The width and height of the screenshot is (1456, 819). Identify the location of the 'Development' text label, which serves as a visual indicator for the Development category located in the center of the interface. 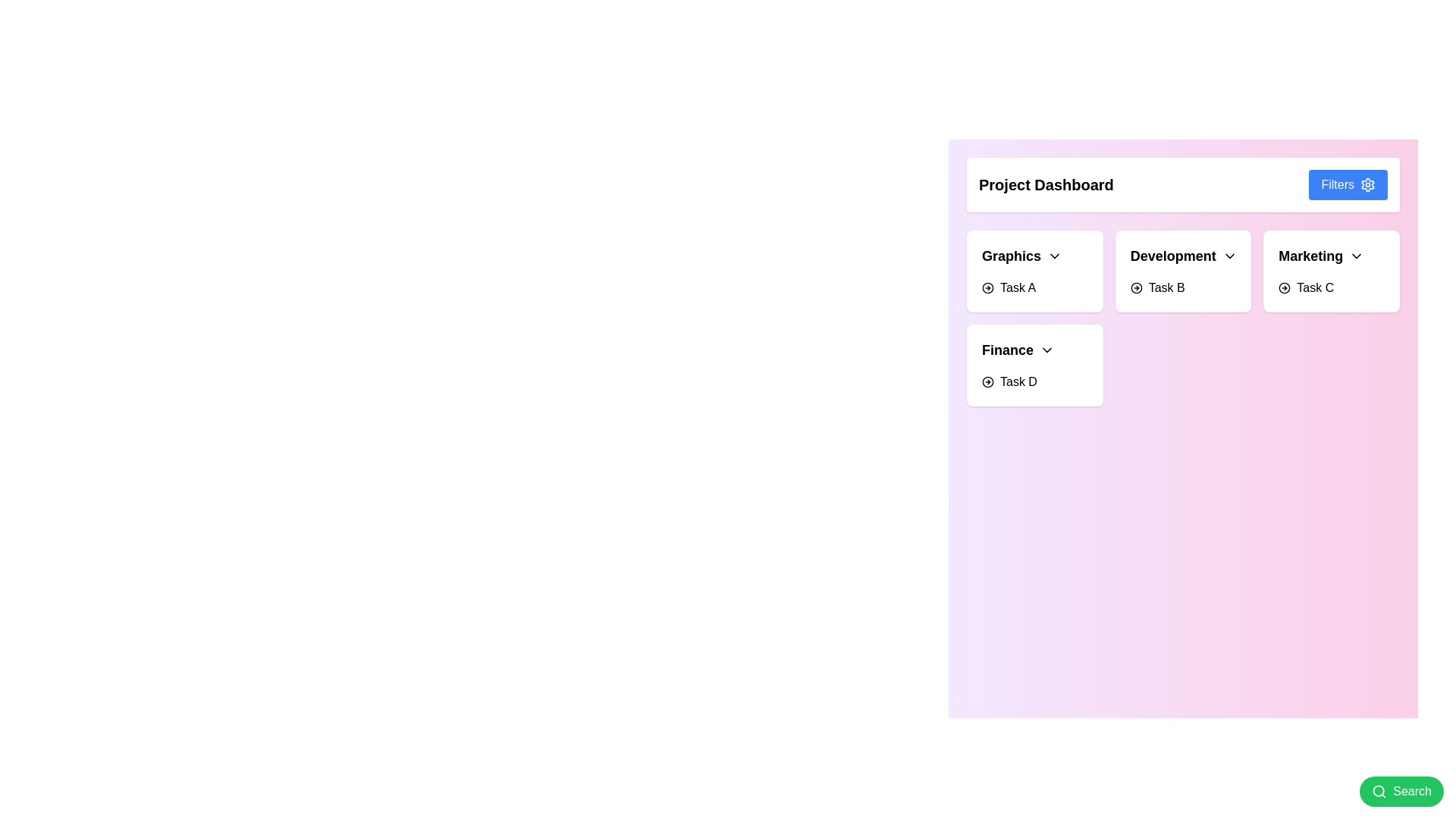
(1172, 256).